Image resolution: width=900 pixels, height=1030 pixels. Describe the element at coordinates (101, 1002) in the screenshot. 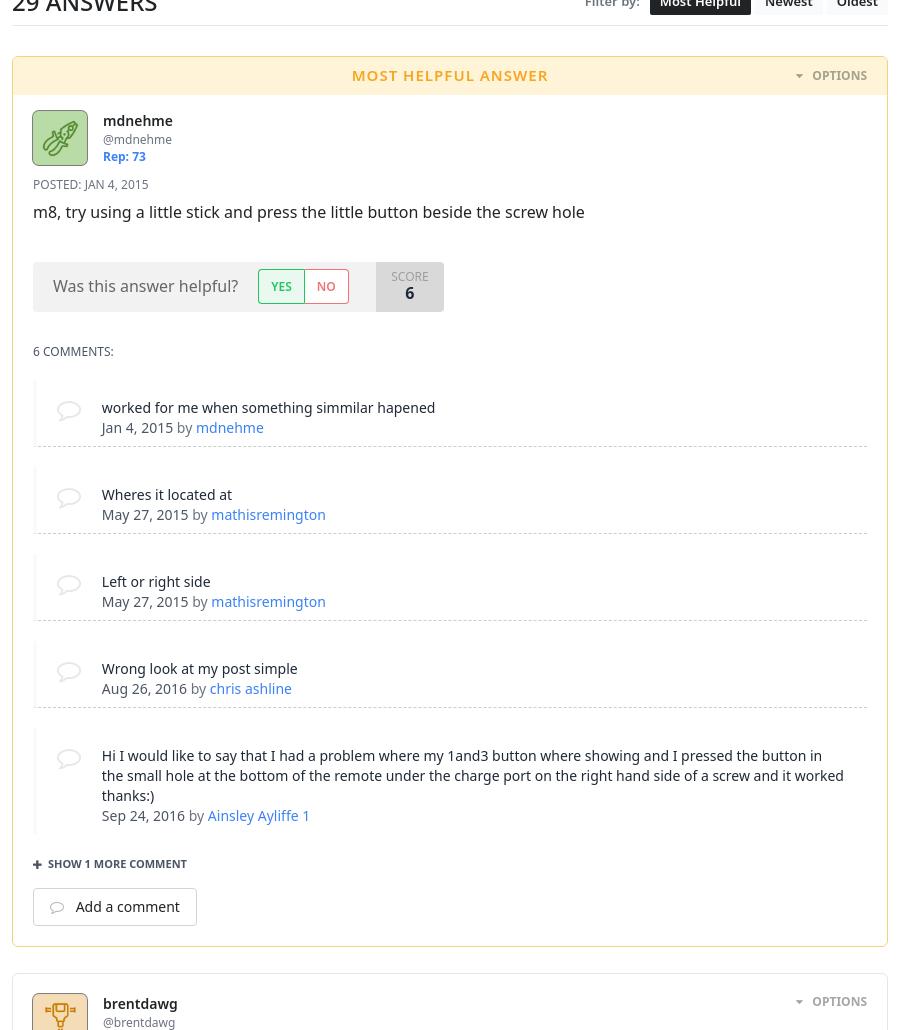

I see `'brentdawg'` at that location.